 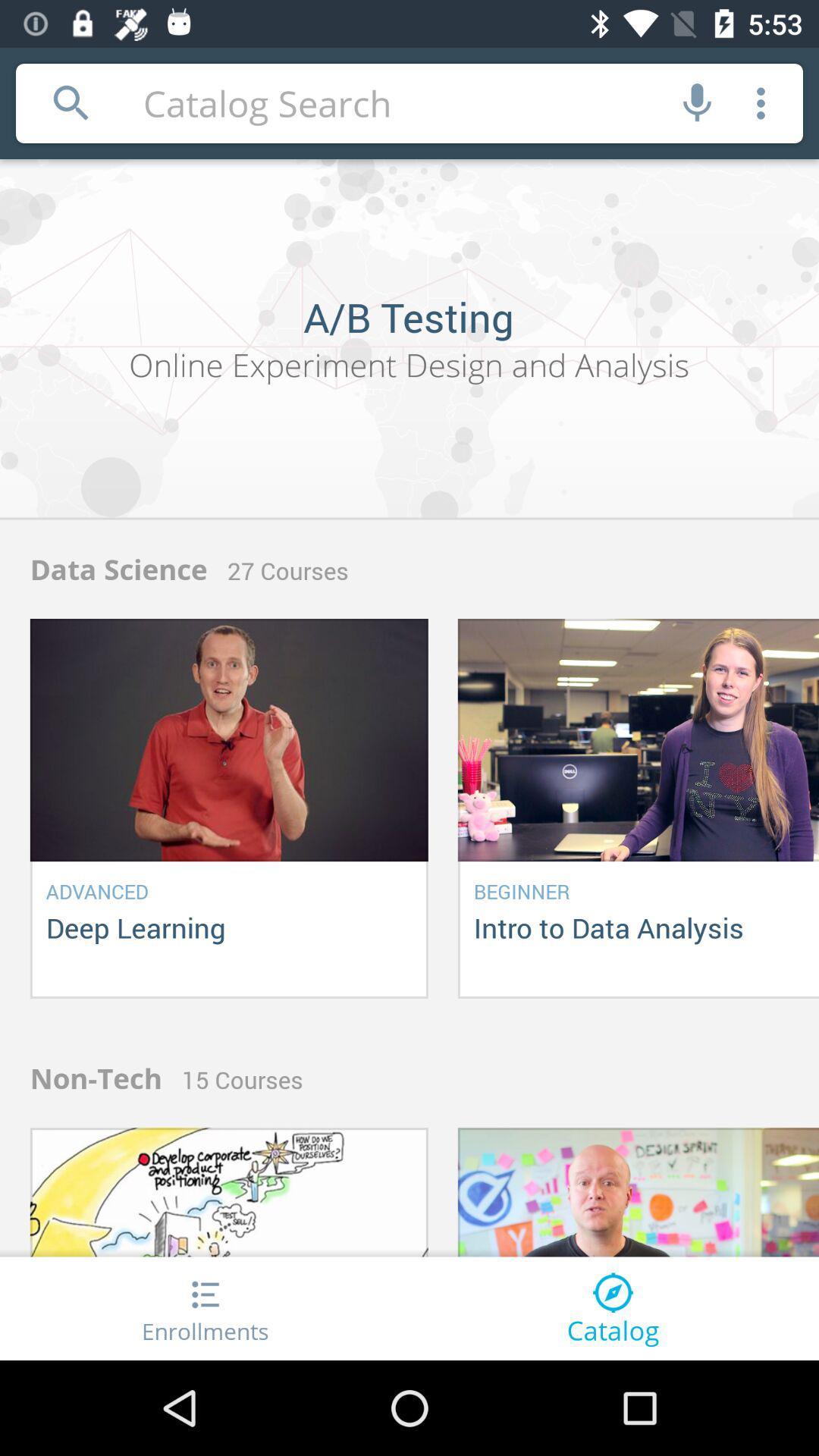 What do you see at coordinates (697, 102) in the screenshot?
I see `use voice search` at bounding box center [697, 102].